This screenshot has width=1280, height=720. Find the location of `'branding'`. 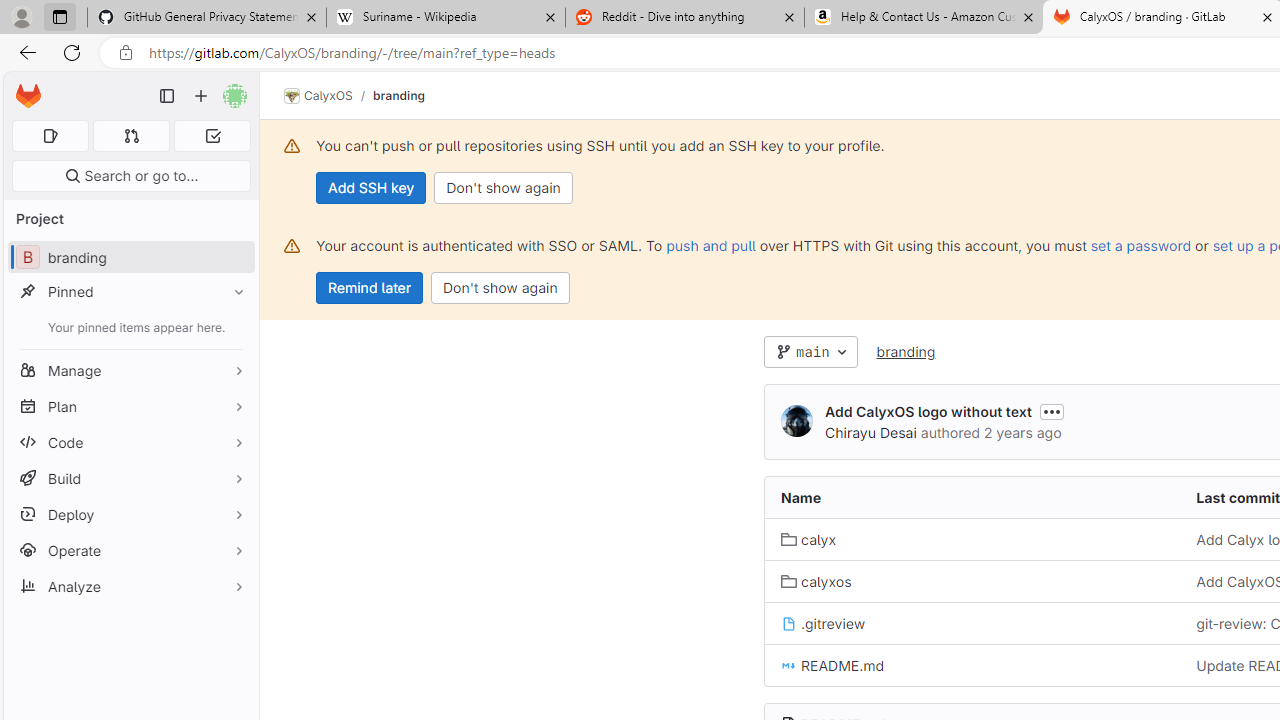

'branding' is located at coordinates (904, 350).